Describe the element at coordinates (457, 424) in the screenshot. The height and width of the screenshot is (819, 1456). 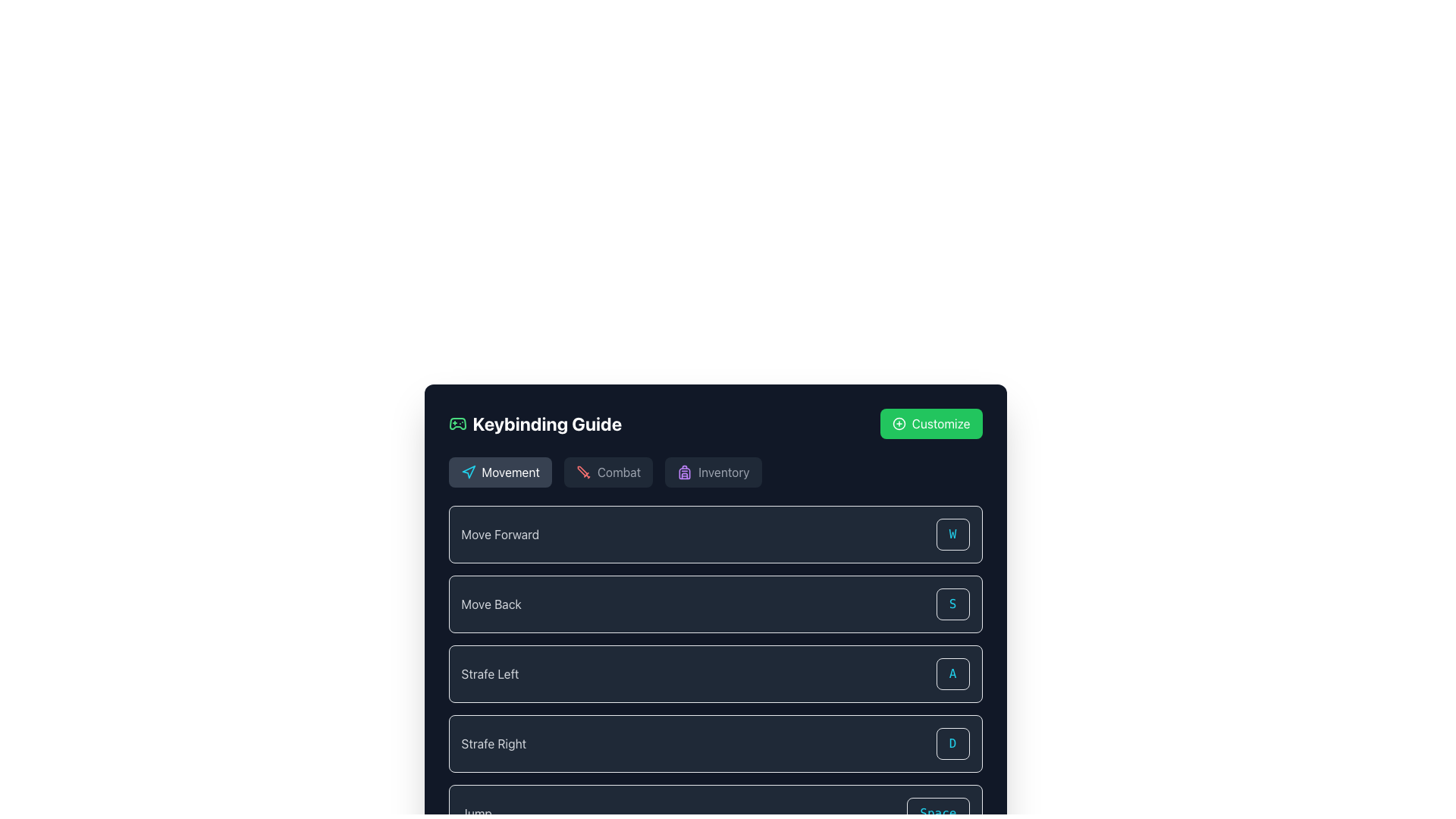
I see `the SVG graphical component representing a game controller icon, located near the top-left corner of the interface layout` at that location.